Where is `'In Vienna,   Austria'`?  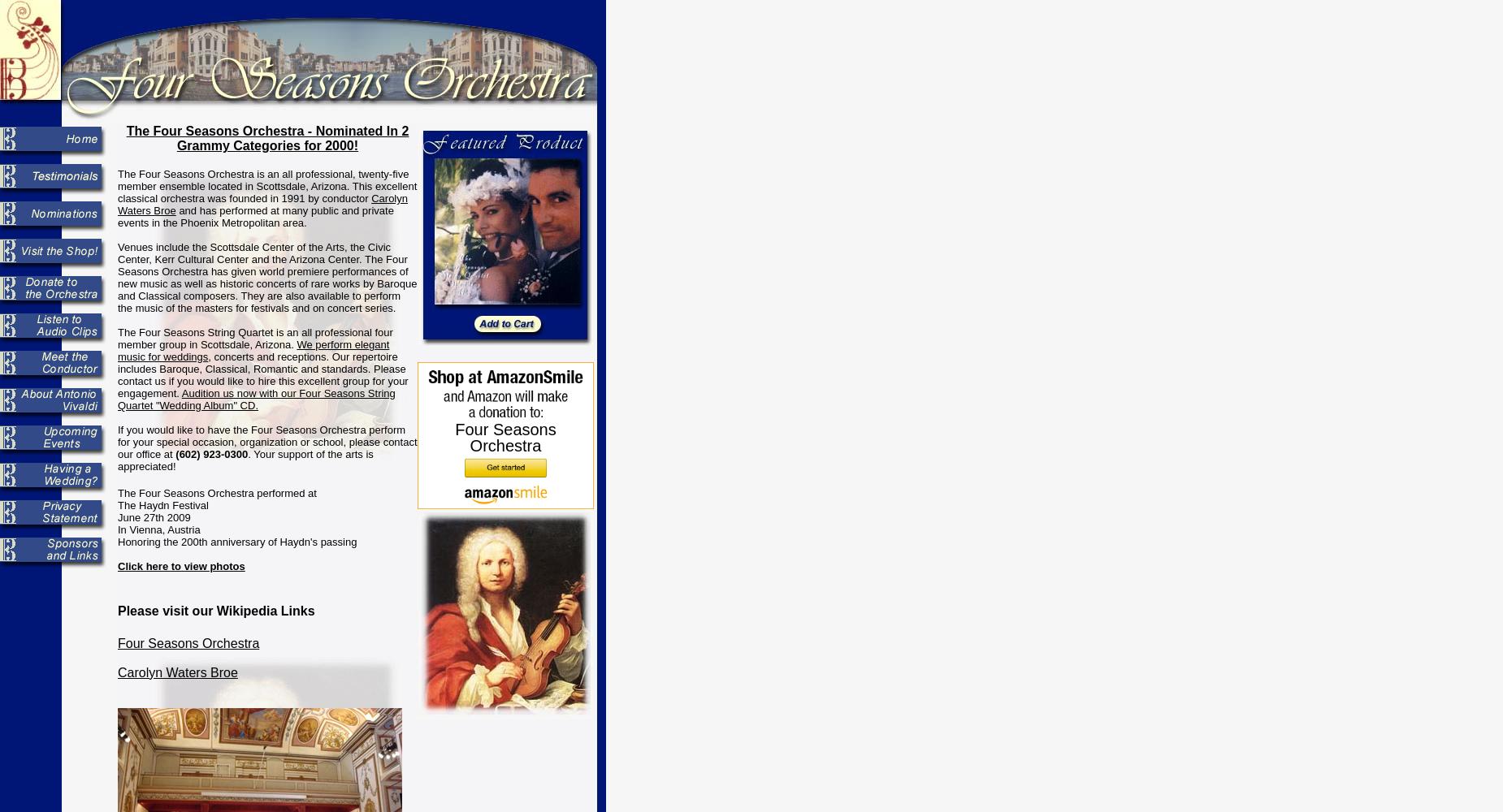
'In Vienna,   Austria' is located at coordinates (158, 529).